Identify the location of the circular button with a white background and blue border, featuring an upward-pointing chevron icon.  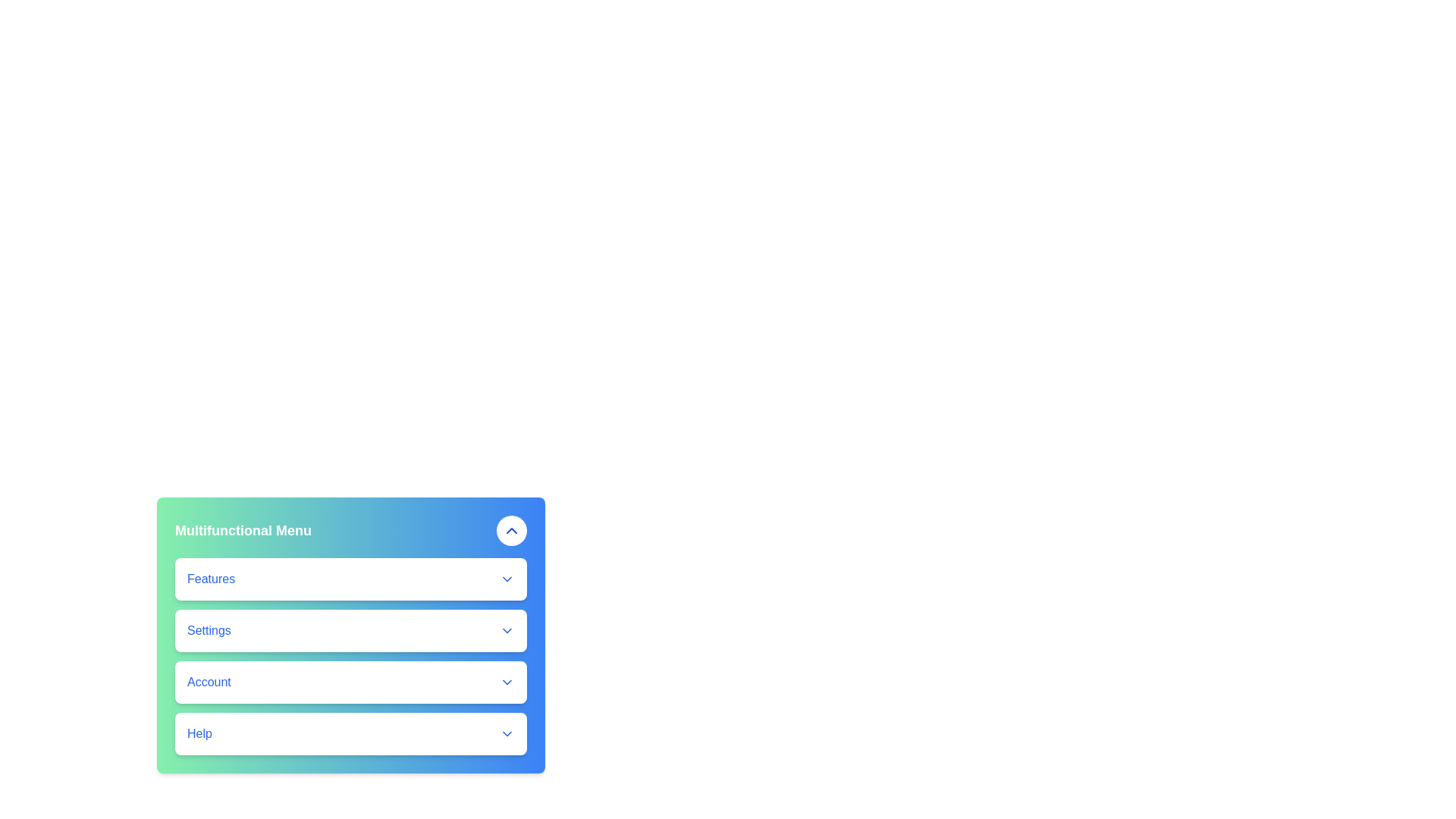
(512, 529).